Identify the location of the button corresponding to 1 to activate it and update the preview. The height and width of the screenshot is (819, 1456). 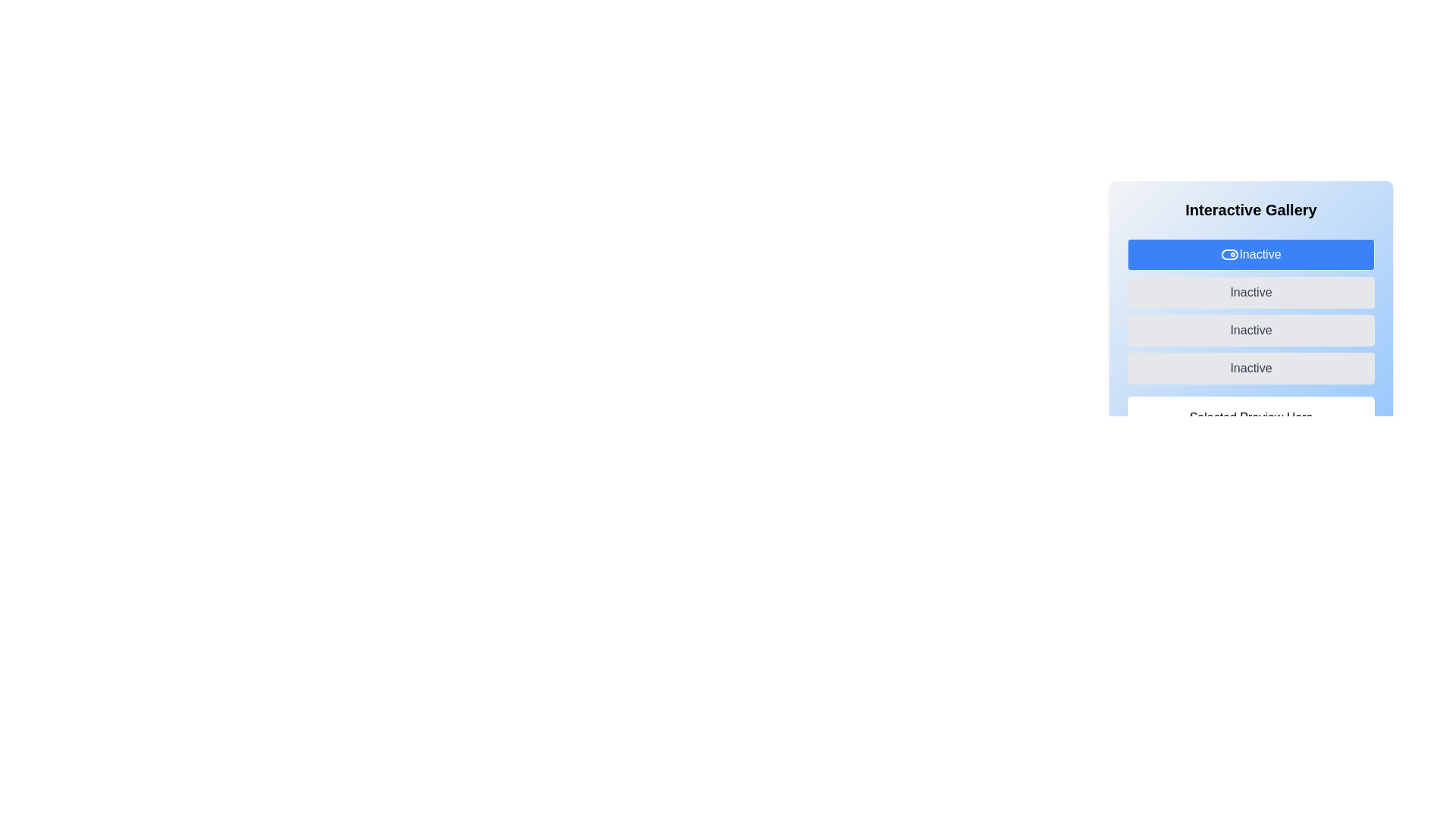
(1251, 292).